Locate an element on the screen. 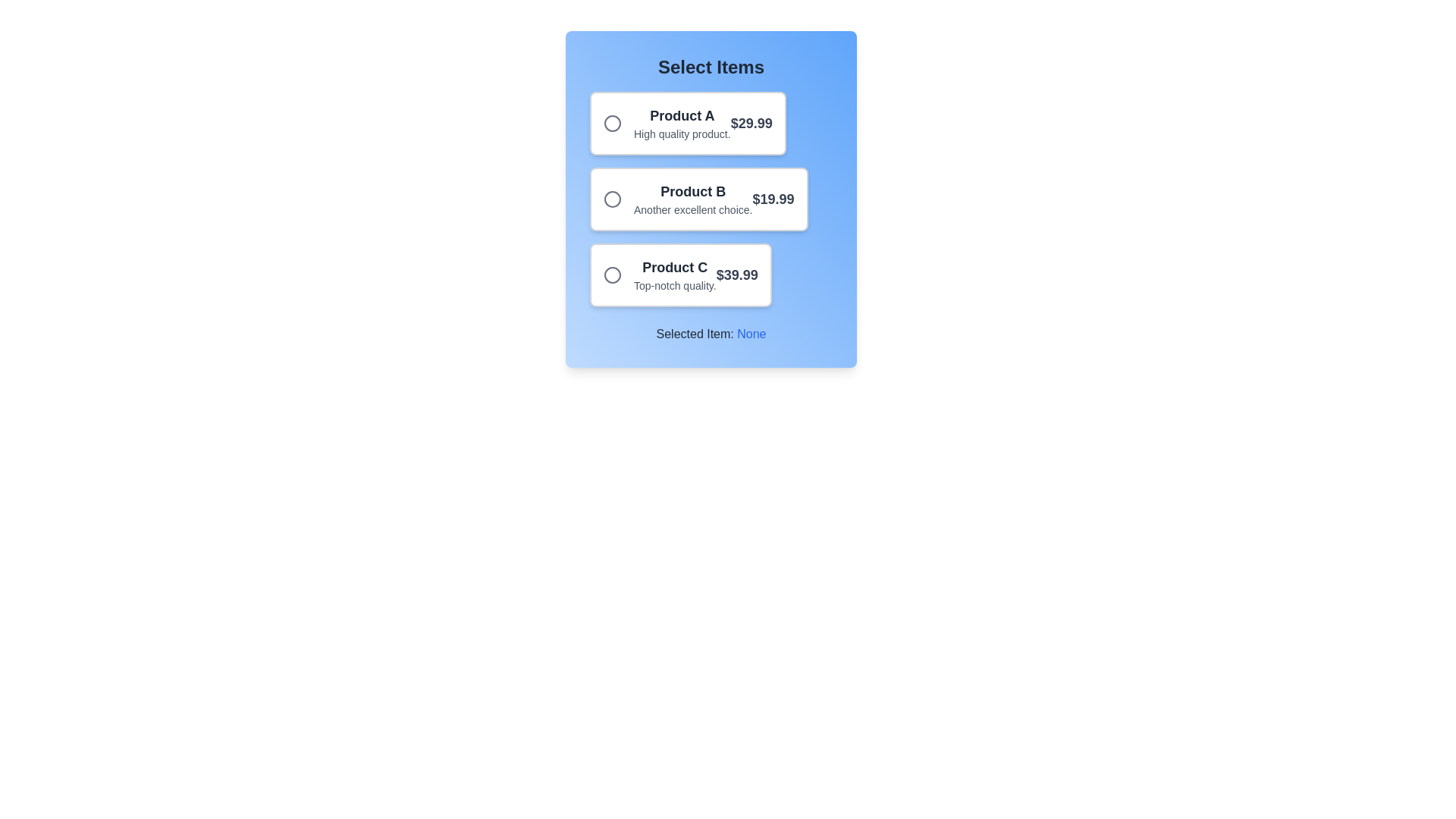  the Static Text element that indicates the currently selected item, which currently shows 'None' is located at coordinates (752, 333).